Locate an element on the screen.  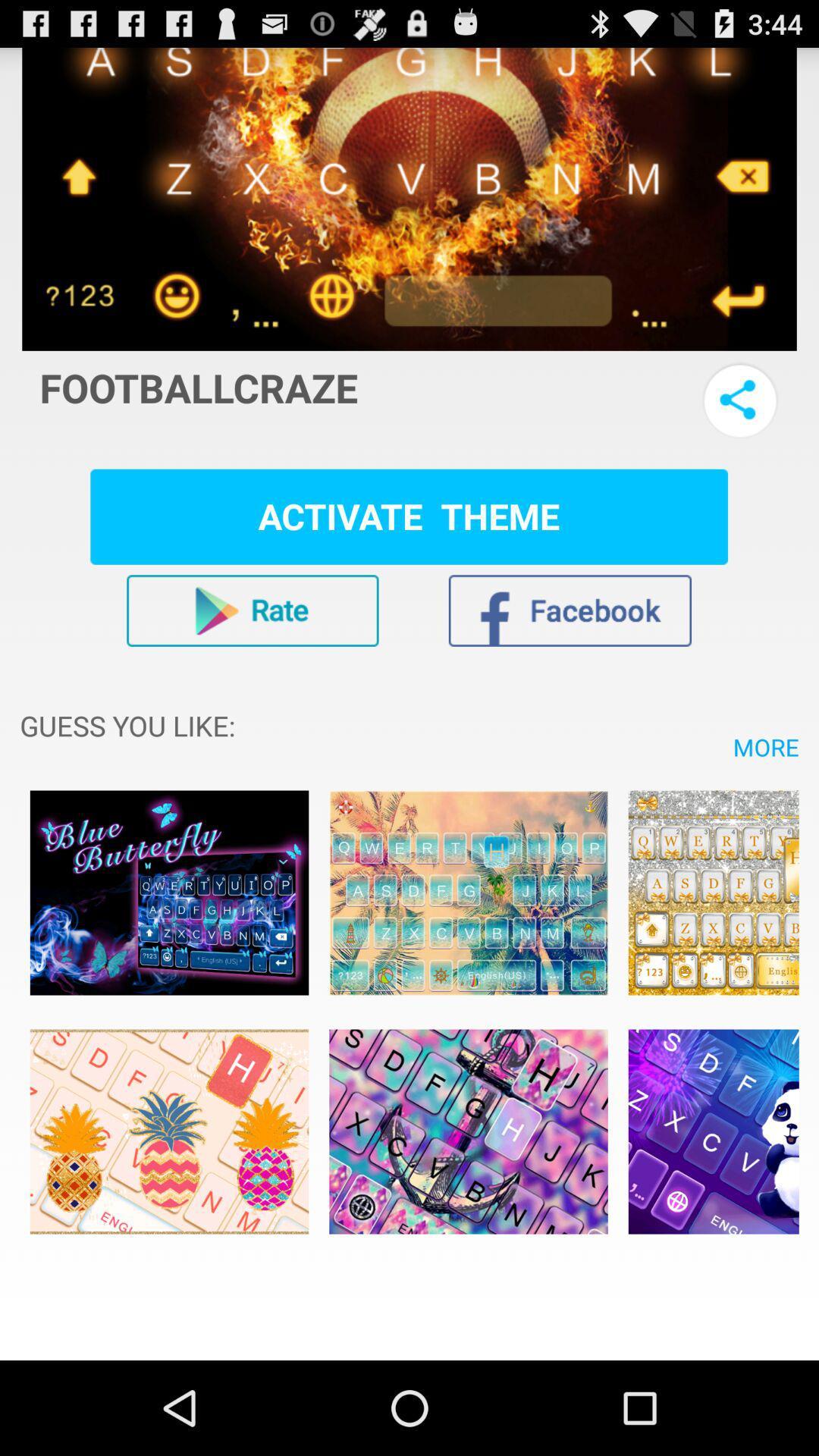
rate app in playstore is located at coordinates (252, 610).